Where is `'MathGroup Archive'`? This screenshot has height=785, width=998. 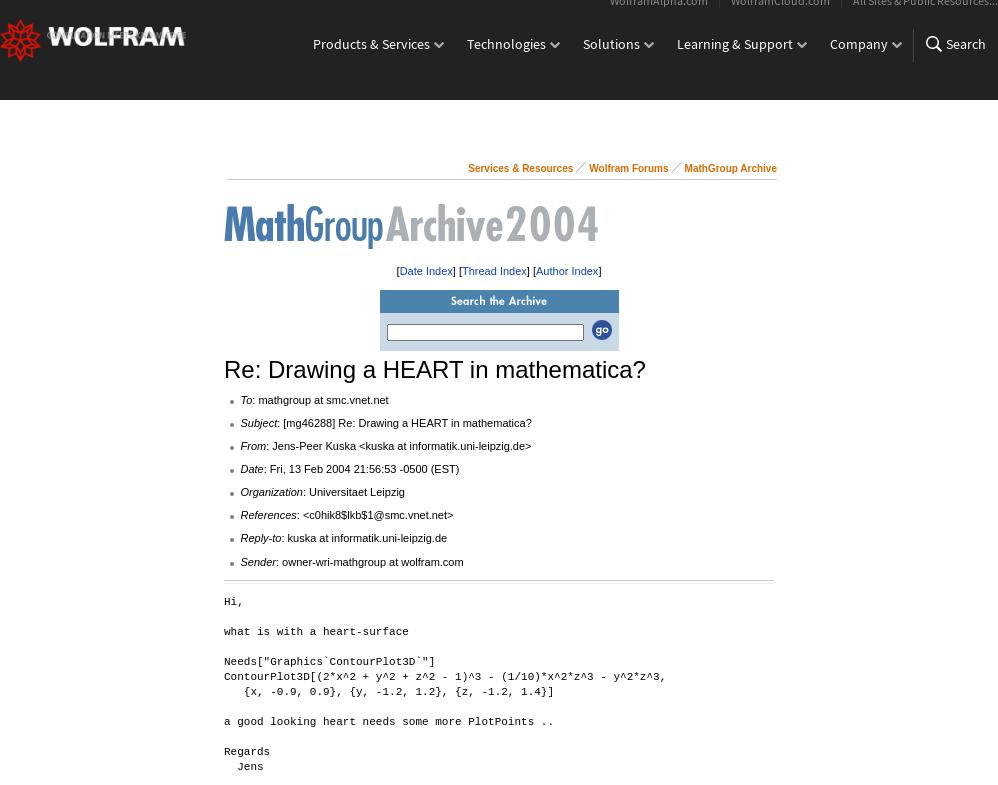 'MathGroup Archive' is located at coordinates (730, 167).